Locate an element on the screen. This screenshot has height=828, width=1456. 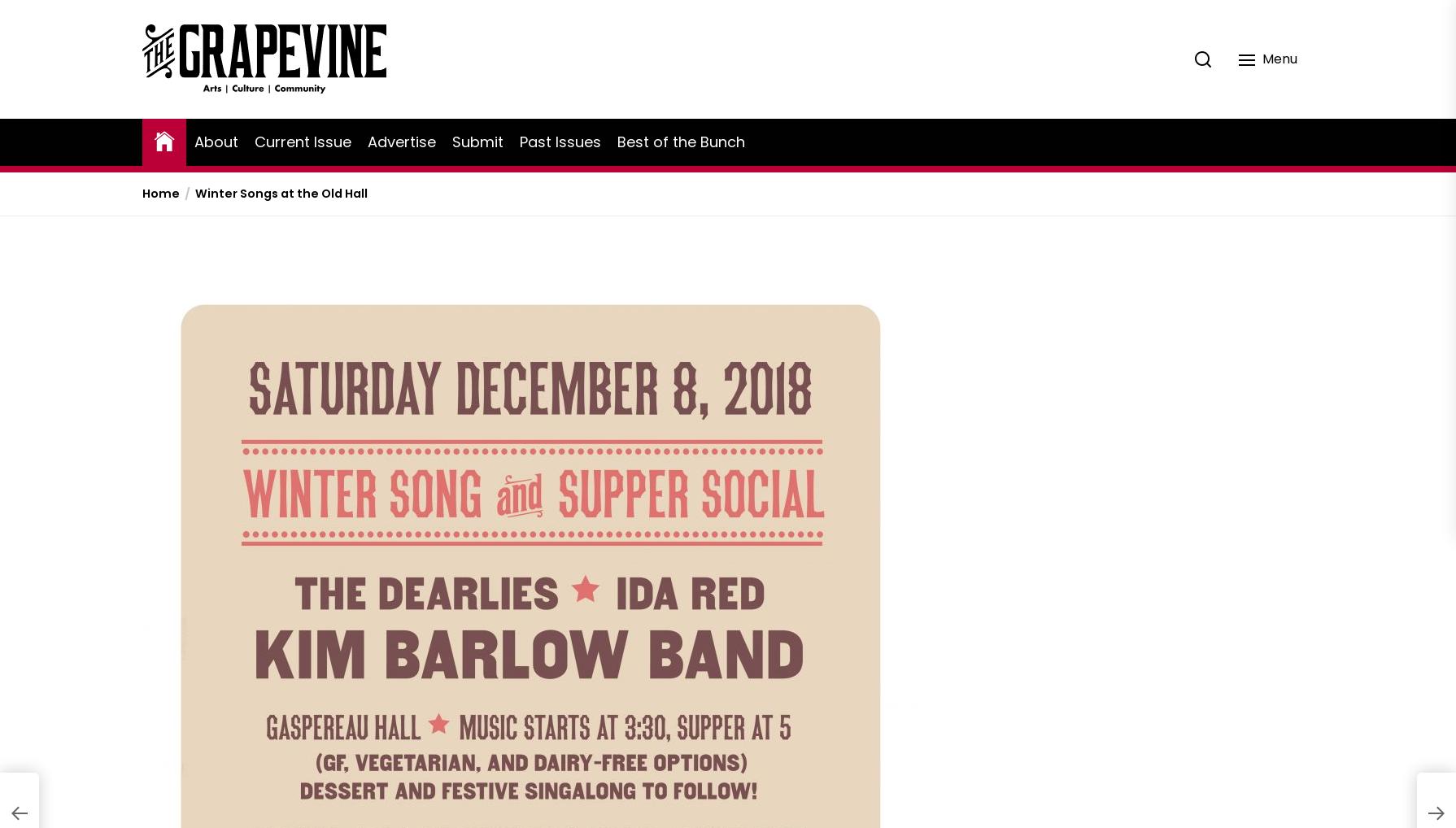
'About' is located at coordinates (216, 141).